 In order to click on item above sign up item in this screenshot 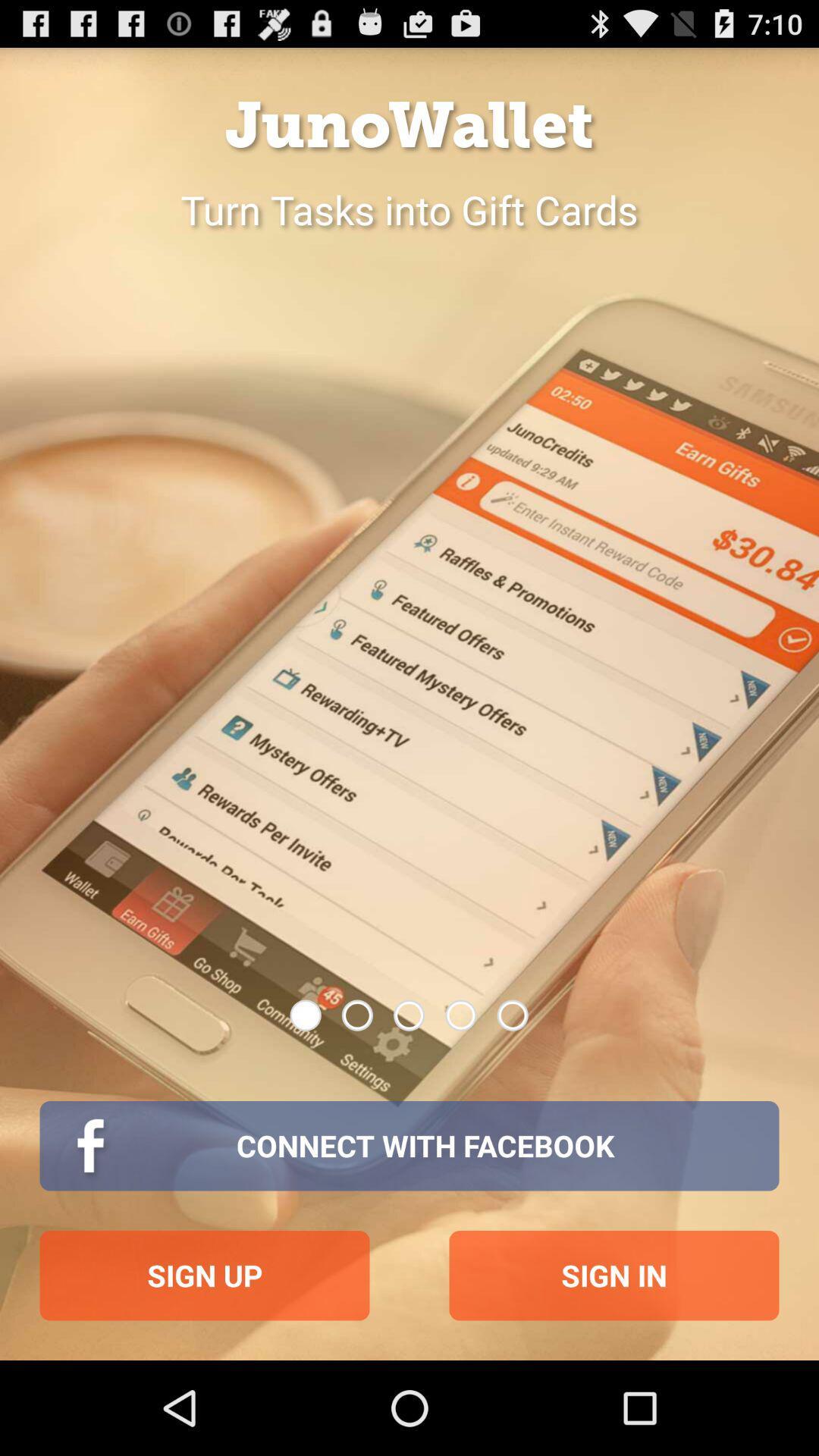, I will do `click(409, 1146)`.